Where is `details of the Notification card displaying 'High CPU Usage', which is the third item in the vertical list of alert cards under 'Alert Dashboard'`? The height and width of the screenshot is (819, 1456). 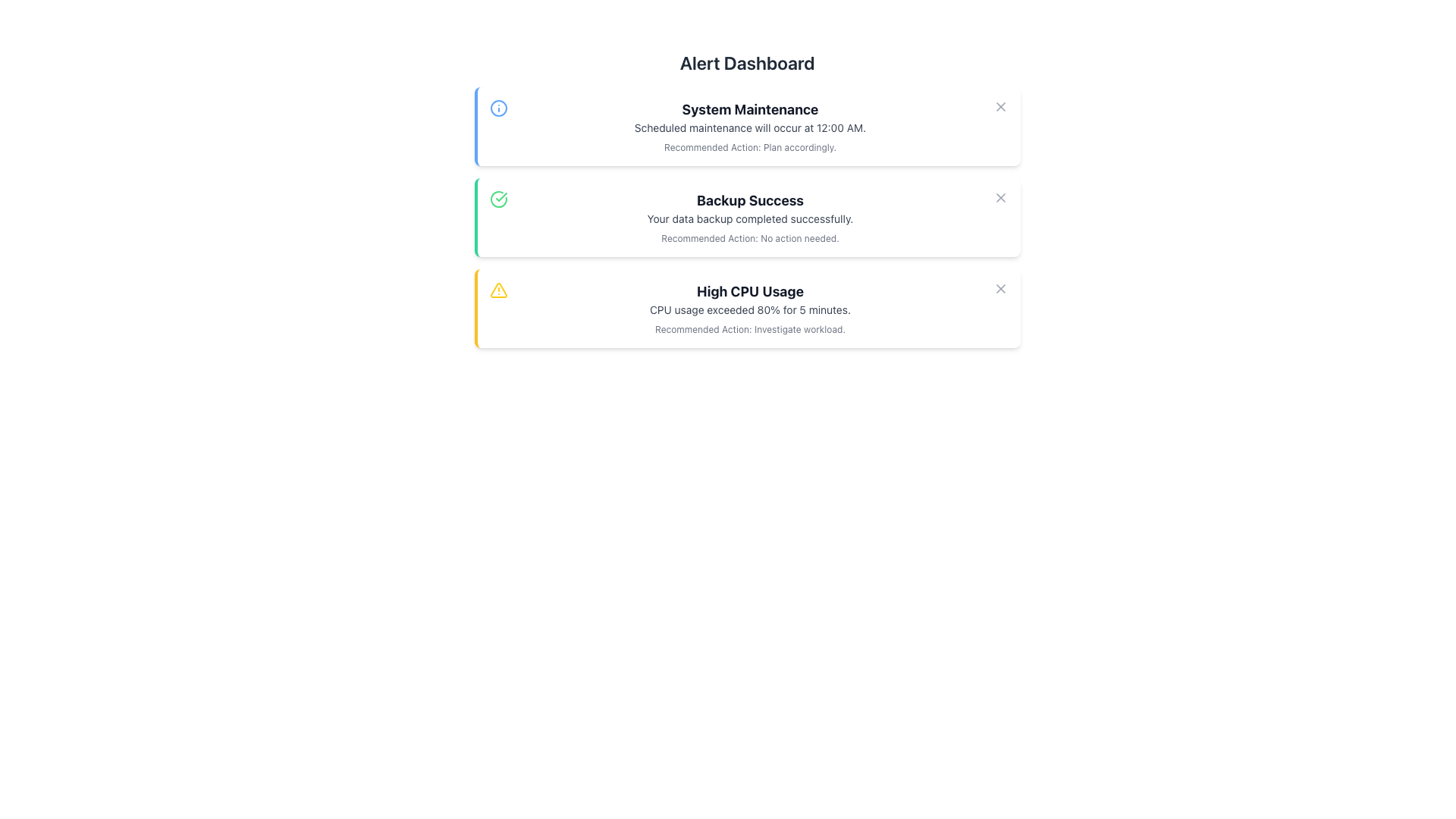 details of the Notification card displaying 'High CPU Usage', which is the third item in the vertical list of alert cards under 'Alert Dashboard' is located at coordinates (747, 308).